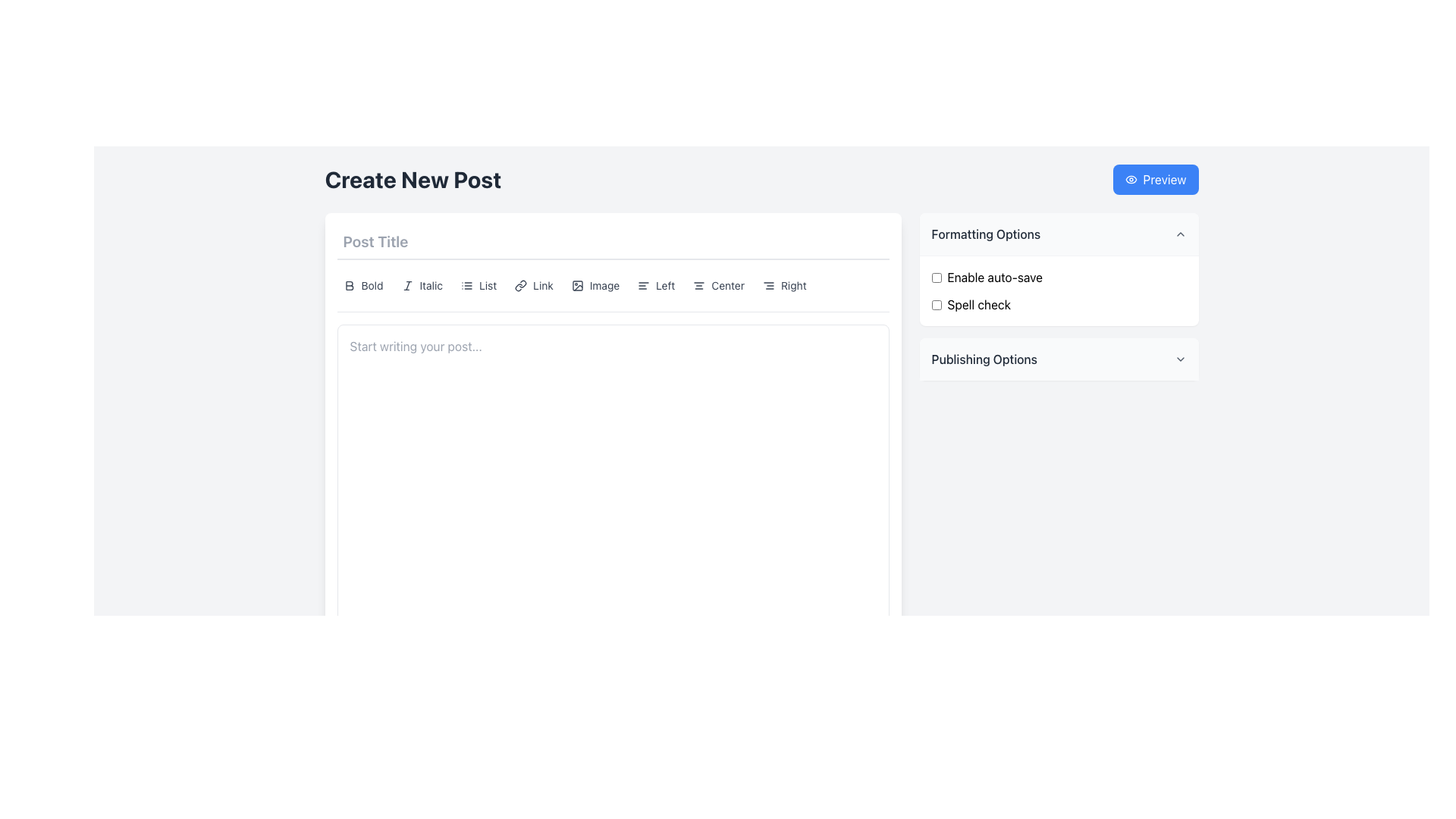  Describe the element at coordinates (665, 286) in the screenshot. I see `the 'Left' alignment option label, which adjusts the text alignment to the left` at that location.